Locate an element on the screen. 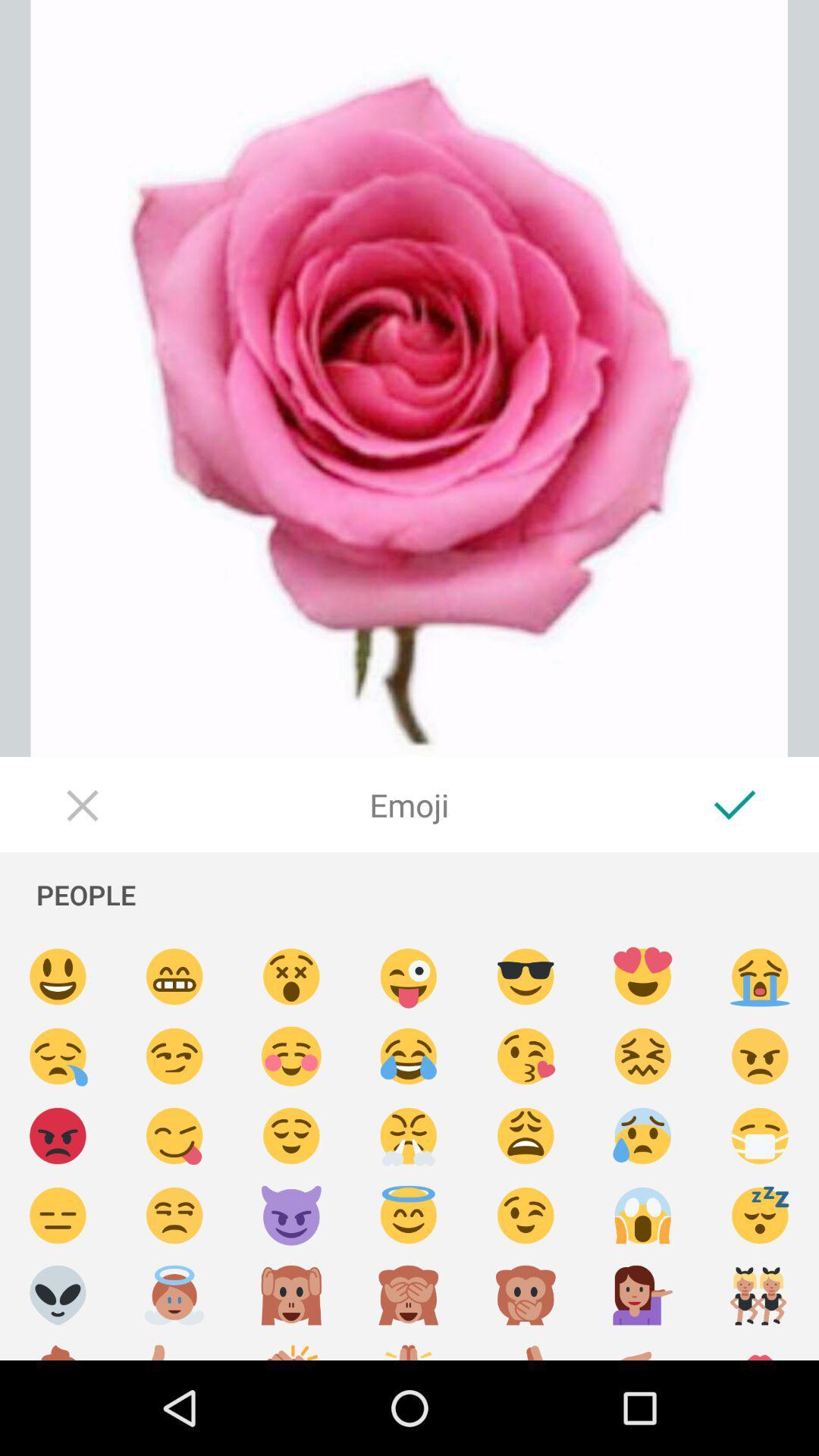 The image size is (819, 1456). a winking emoji is located at coordinates (525, 1216).